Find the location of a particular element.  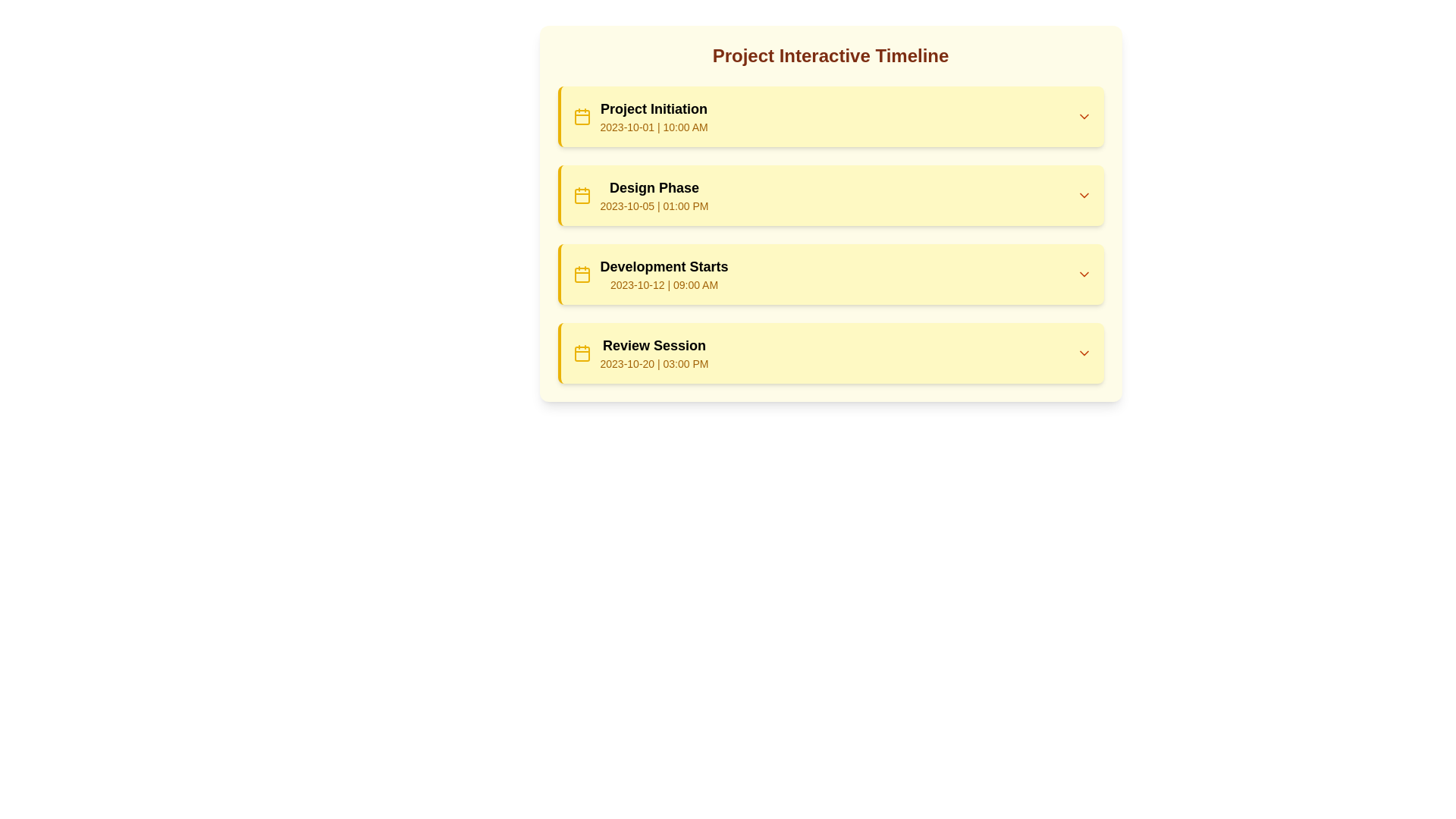

the rectangular shape with rounded corners within the calendar icon, located in the 'Development Starts' timeline entry before the descriptive text is located at coordinates (581, 275).